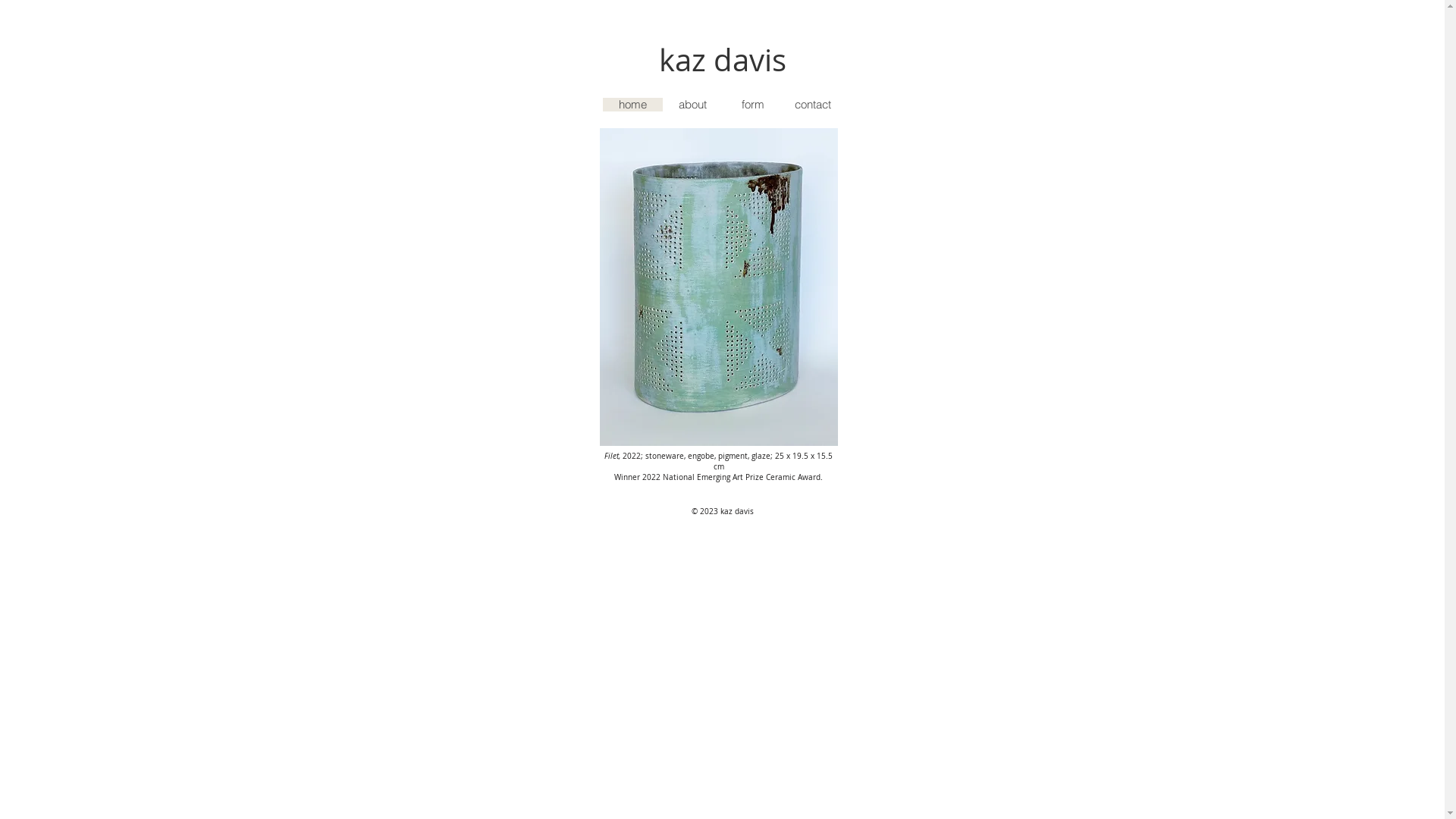 This screenshot has height=819, width=1456. What do you see at coordinates (692, 104) in the screenshot?
I see `'about'` at bounding box center [692, 104].